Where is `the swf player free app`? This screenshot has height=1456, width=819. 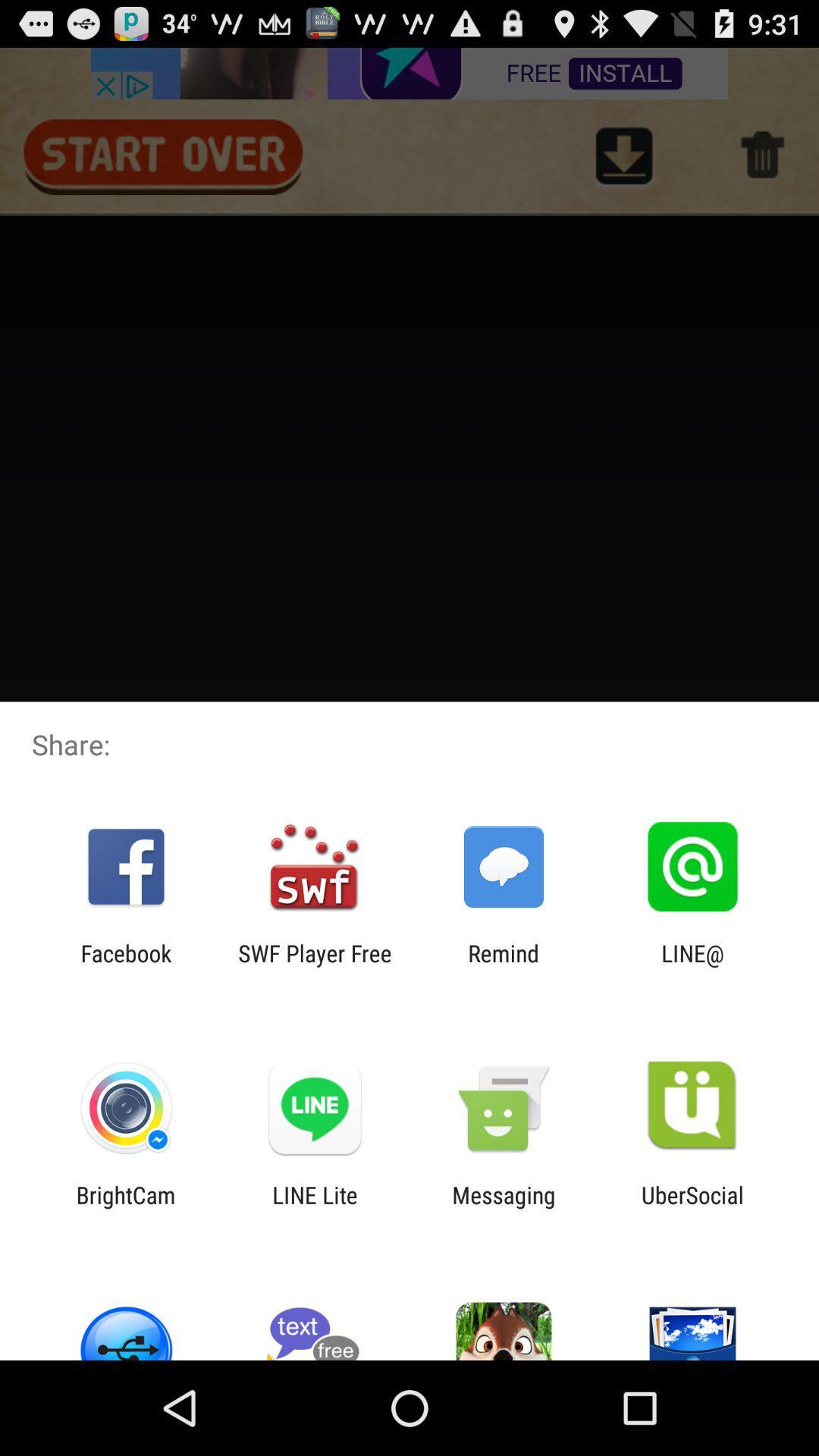 the swf player free app is located at coordinates (314, 966).